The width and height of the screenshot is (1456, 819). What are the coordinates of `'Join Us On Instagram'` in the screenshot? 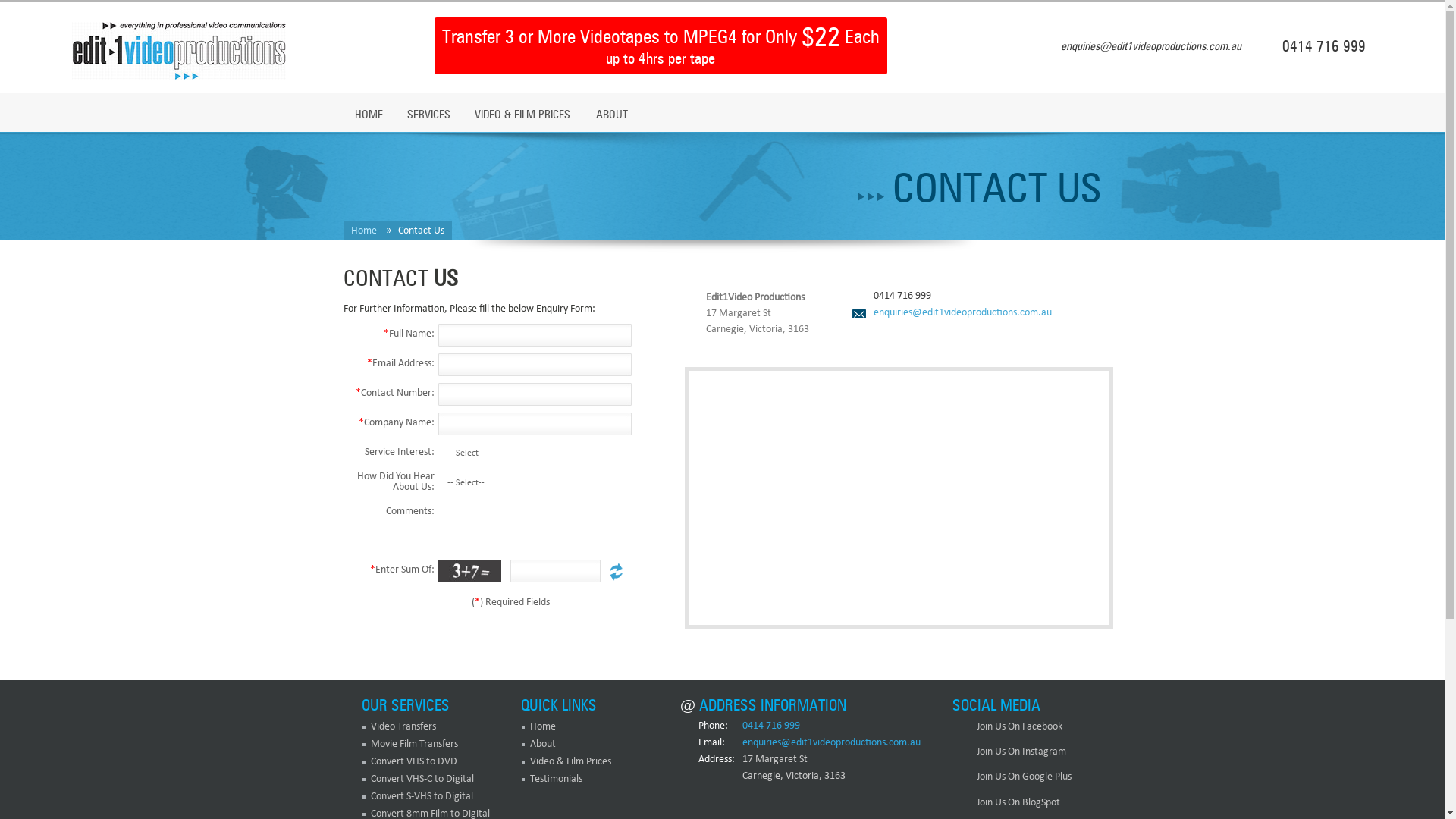 It's located at (1009, 754).